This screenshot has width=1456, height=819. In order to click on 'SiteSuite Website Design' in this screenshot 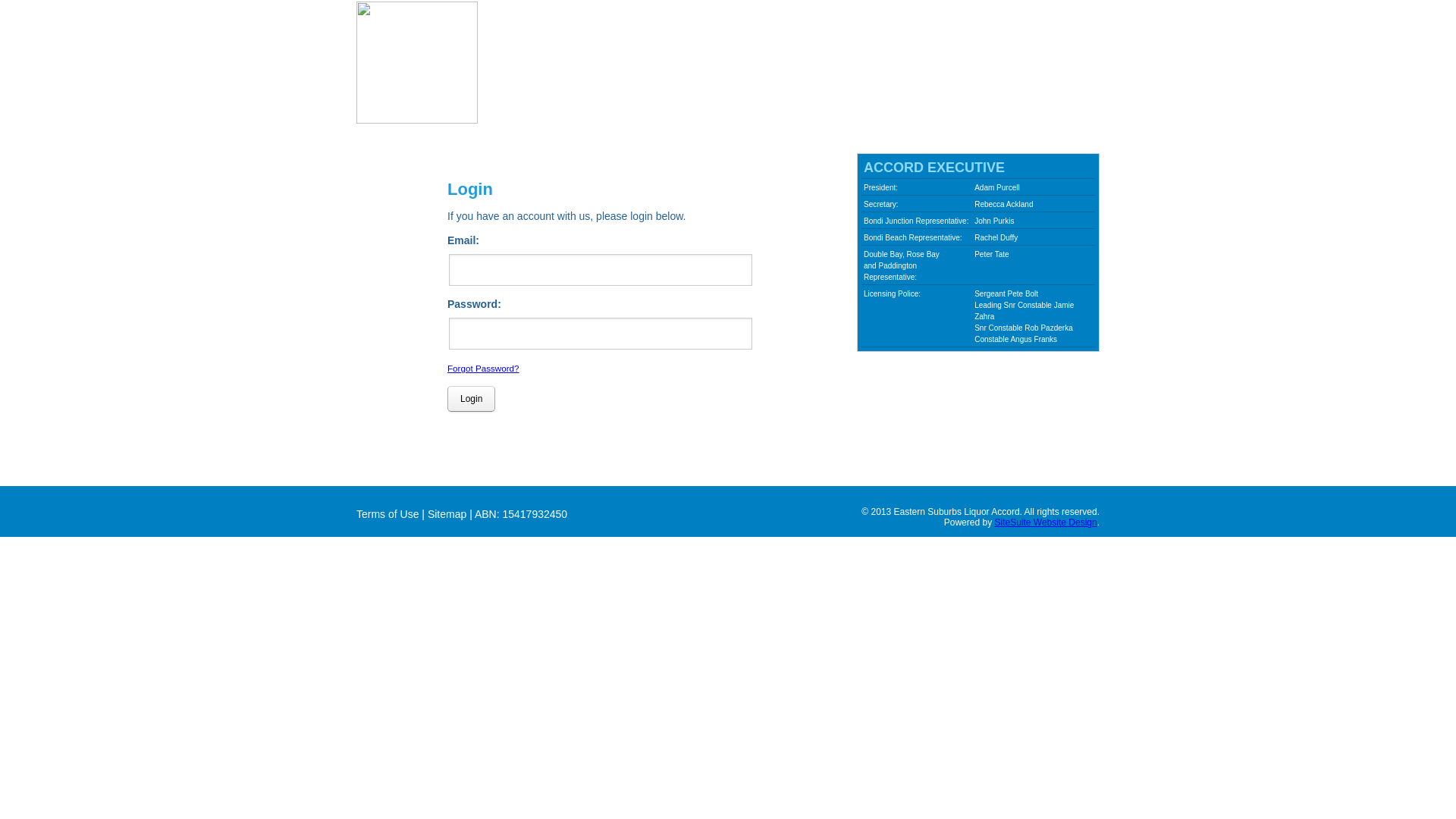, I will do `click(1044, 522)`.